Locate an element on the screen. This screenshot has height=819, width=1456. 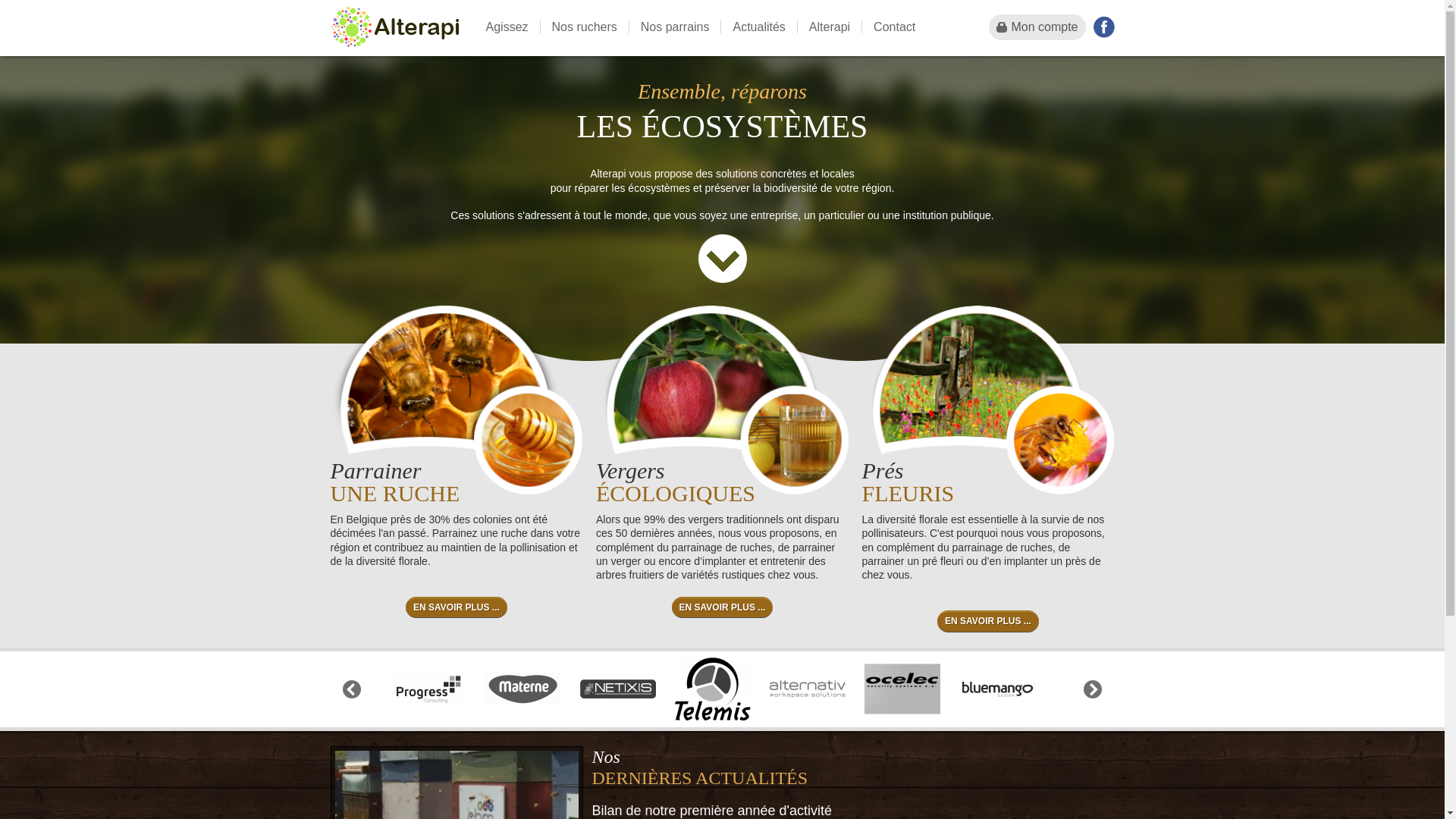
'Facebook' is located at coordinates (1103, 27).